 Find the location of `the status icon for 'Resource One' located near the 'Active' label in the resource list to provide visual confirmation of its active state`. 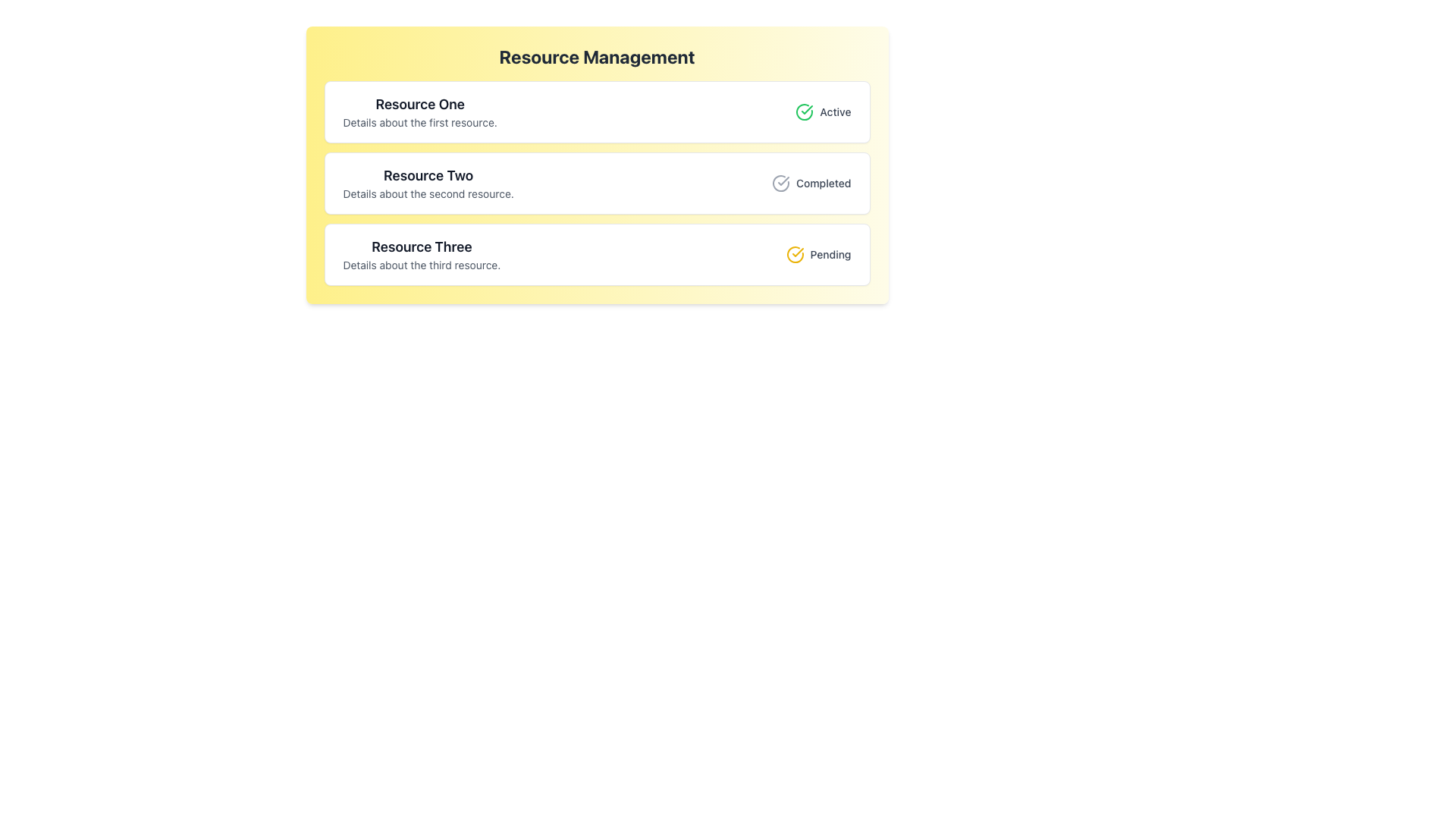

the status icon for 'Resource One' located near the 'Active' label in the resource list to provide visual confirmation of its active state is located at coordinates (806, 109).